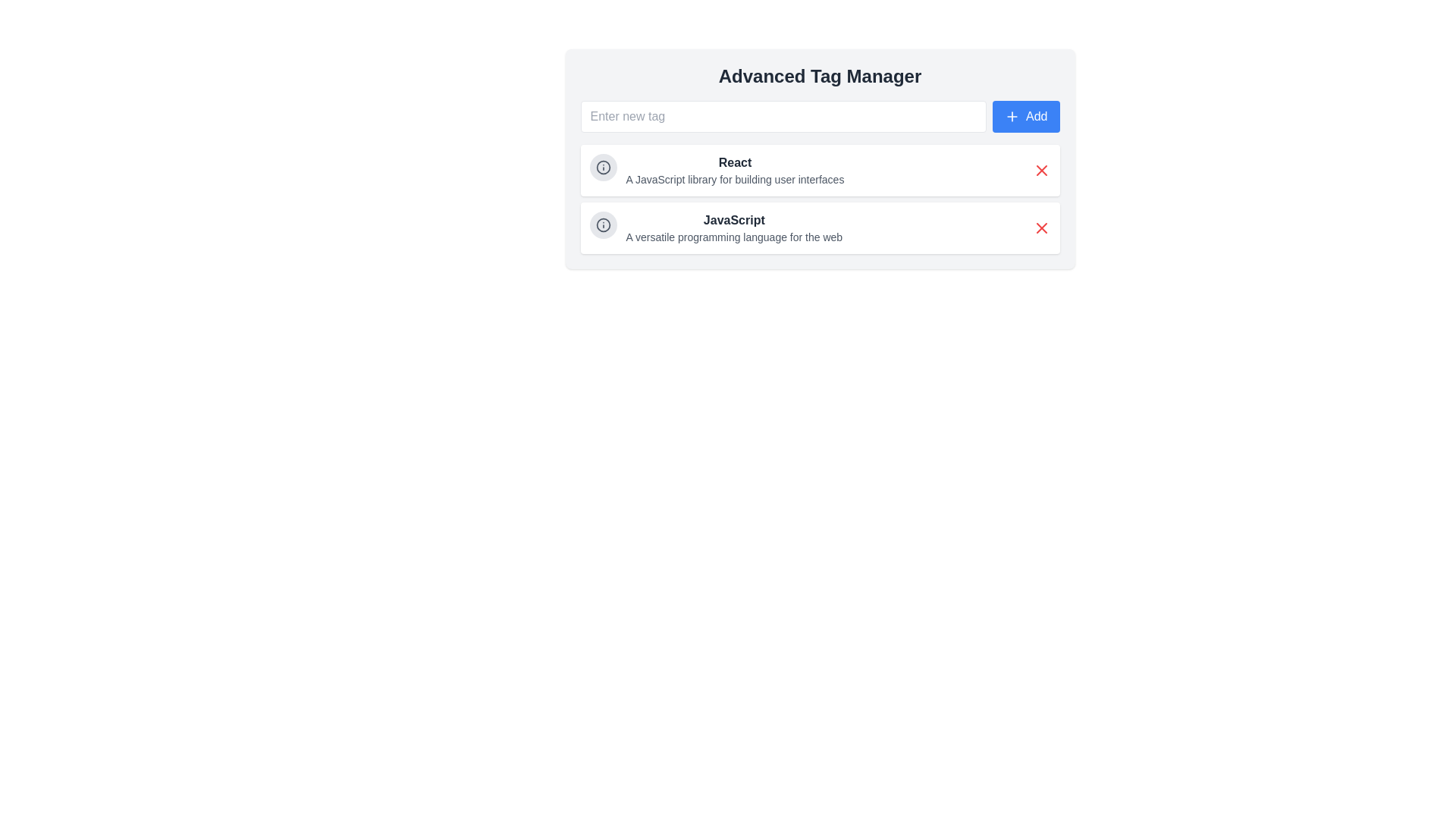 Image resolution: width=1456 pixels, height=819 pixels. What do you see at coordinates (1026, 116) in the screenshot?
I see `the 'Add' button located to the right of the text input field` at bounding box center [1026, 116].